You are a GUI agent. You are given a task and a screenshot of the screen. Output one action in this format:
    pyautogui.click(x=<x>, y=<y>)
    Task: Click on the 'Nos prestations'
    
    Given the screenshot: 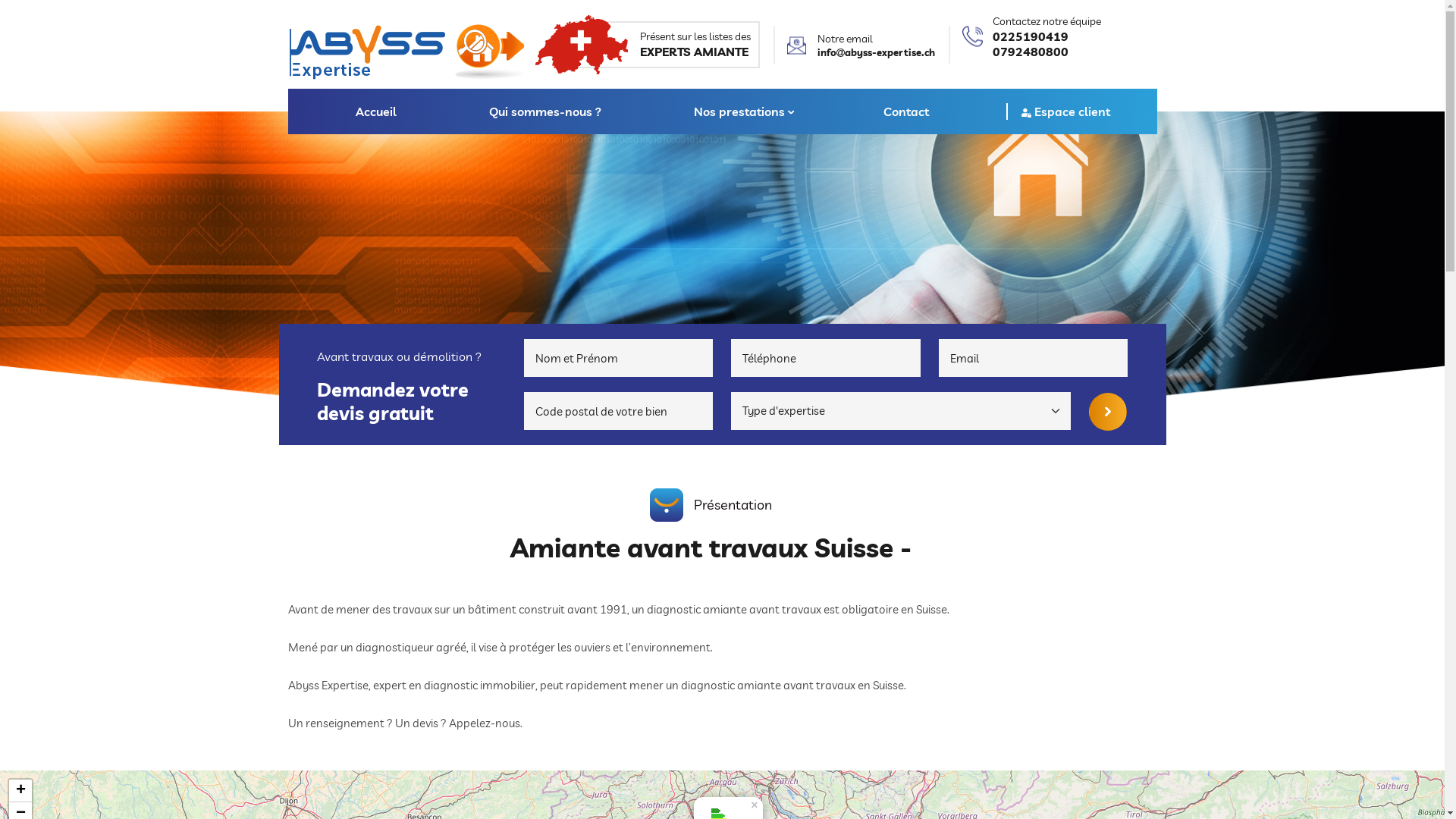 What is the action you would take?
    pyautogui.click(x=677, y=110)
    